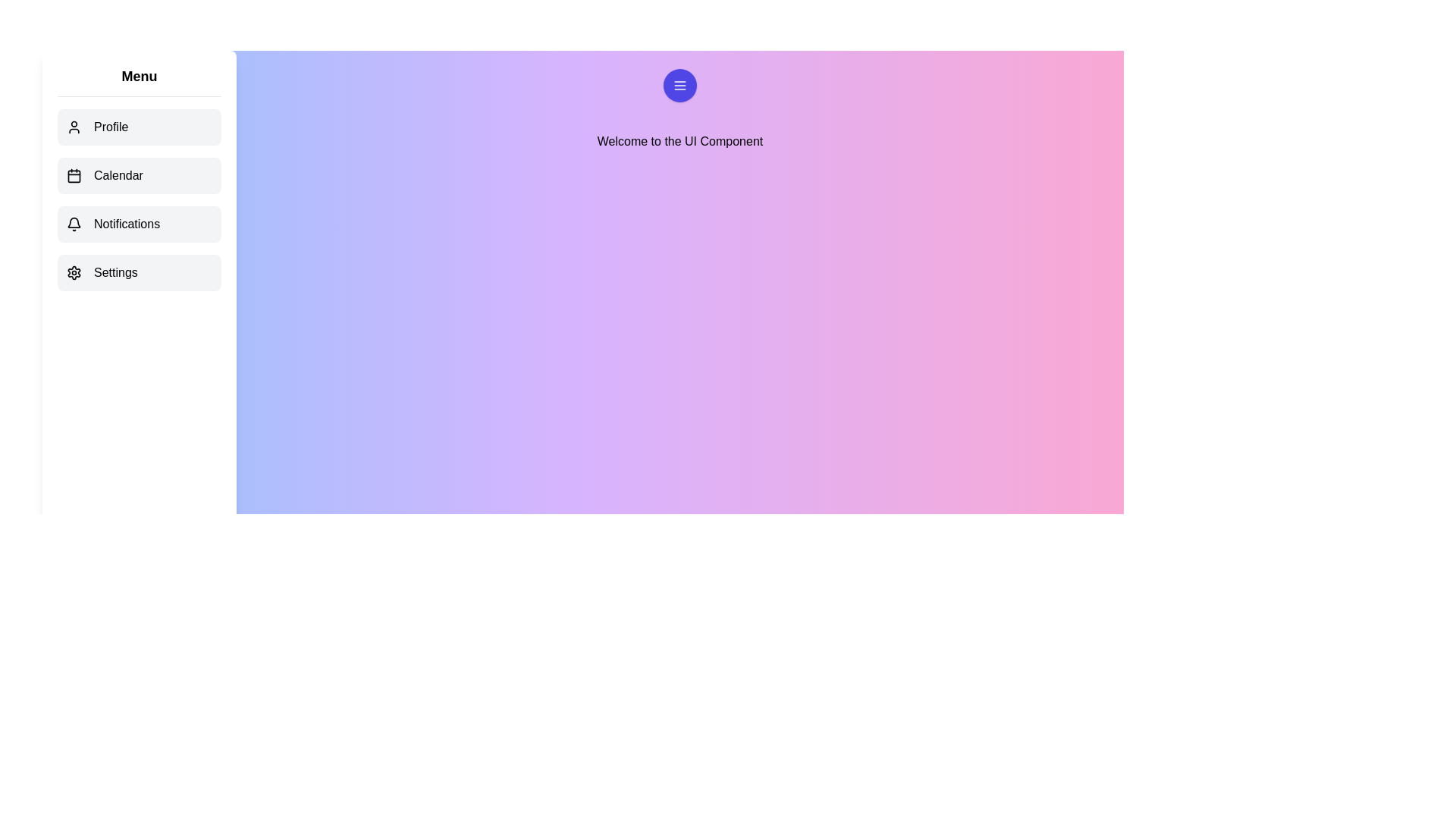  Describe the element at coordinates (139, 174) in the screenshot. I see `the menu item Calendar from the menu` at that location.